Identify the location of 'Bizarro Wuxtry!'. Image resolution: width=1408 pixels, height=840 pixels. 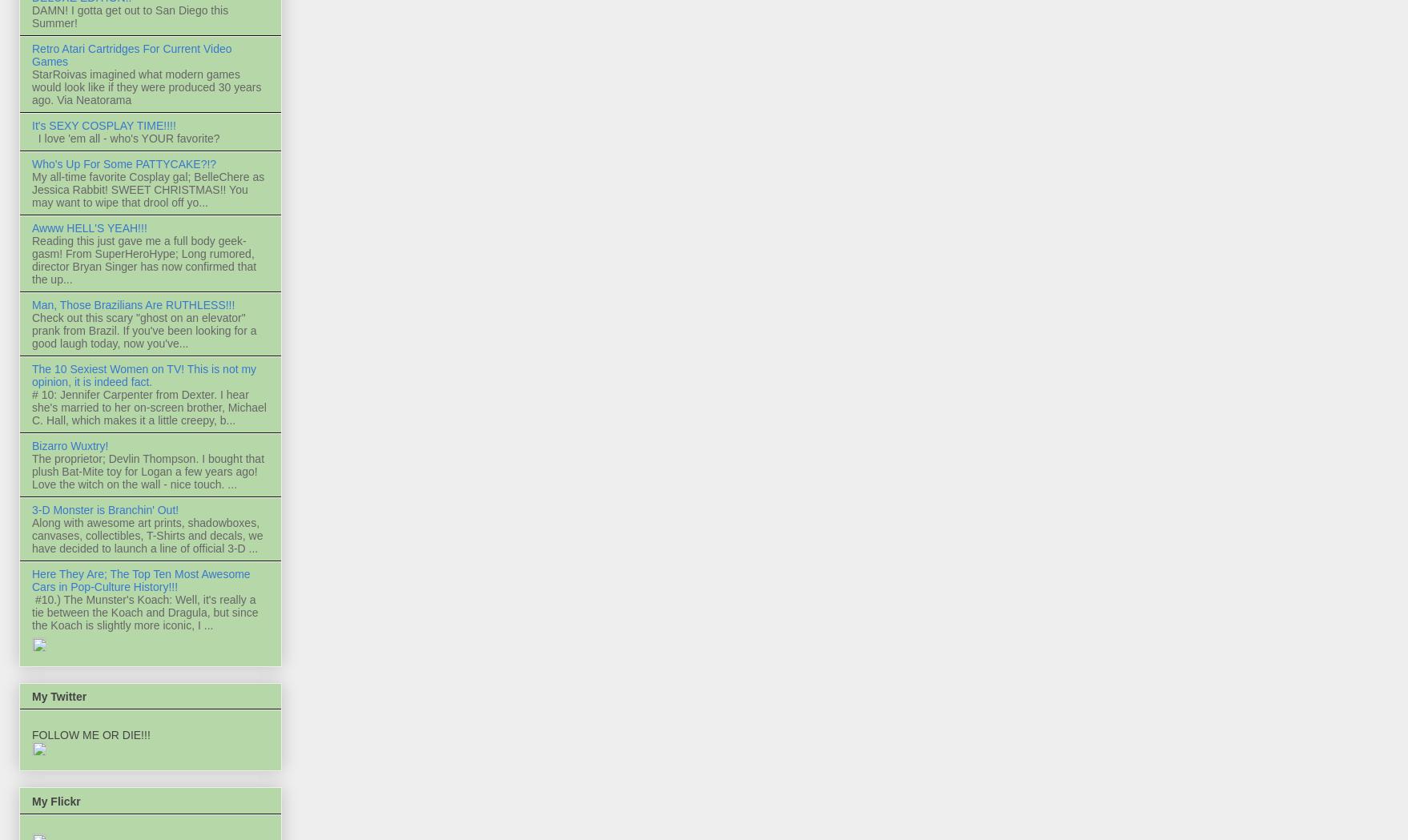
(32, 446).